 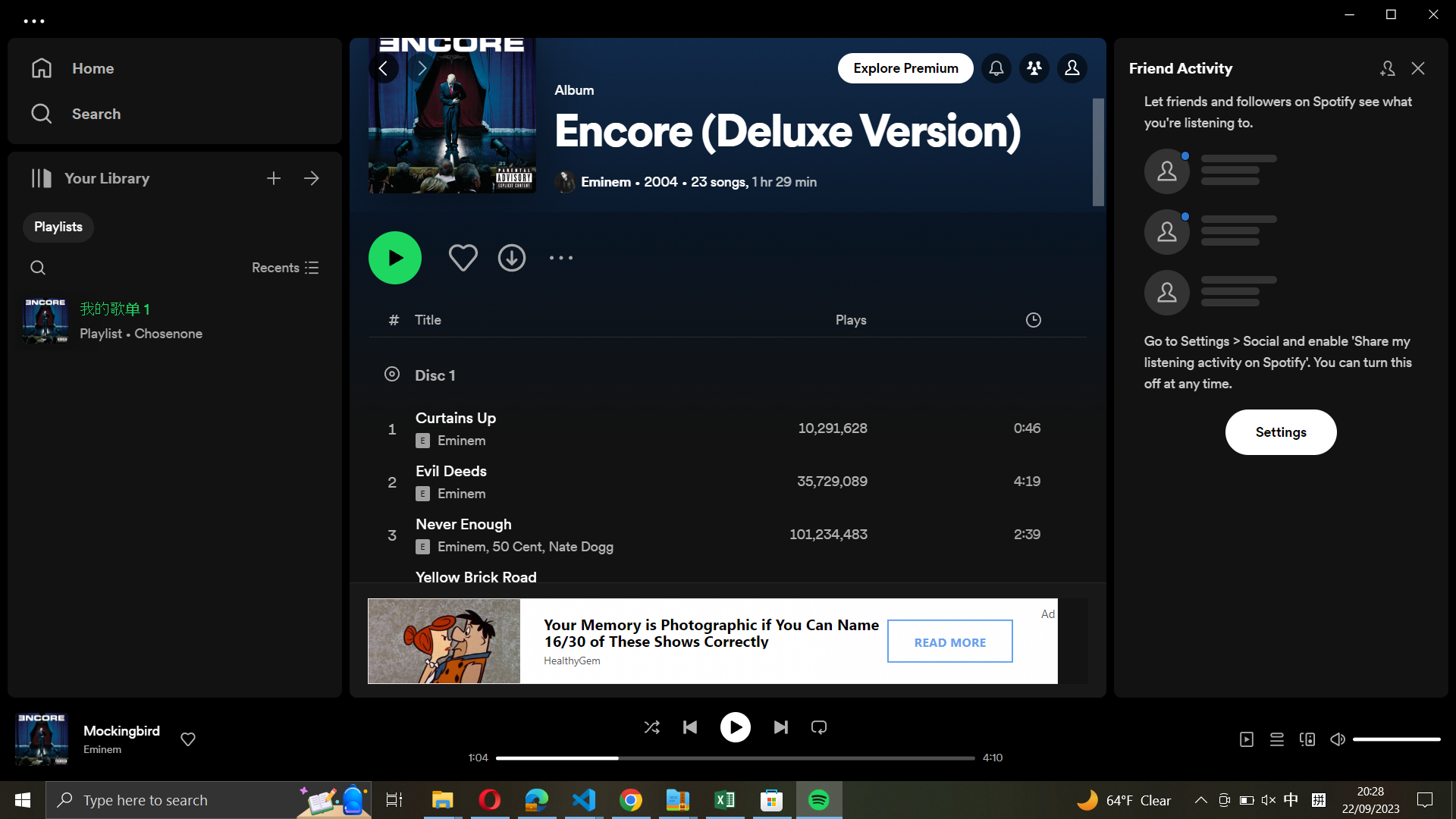 I want to click on Go back to the start of the ongoing song, so click(x=507, y=758).